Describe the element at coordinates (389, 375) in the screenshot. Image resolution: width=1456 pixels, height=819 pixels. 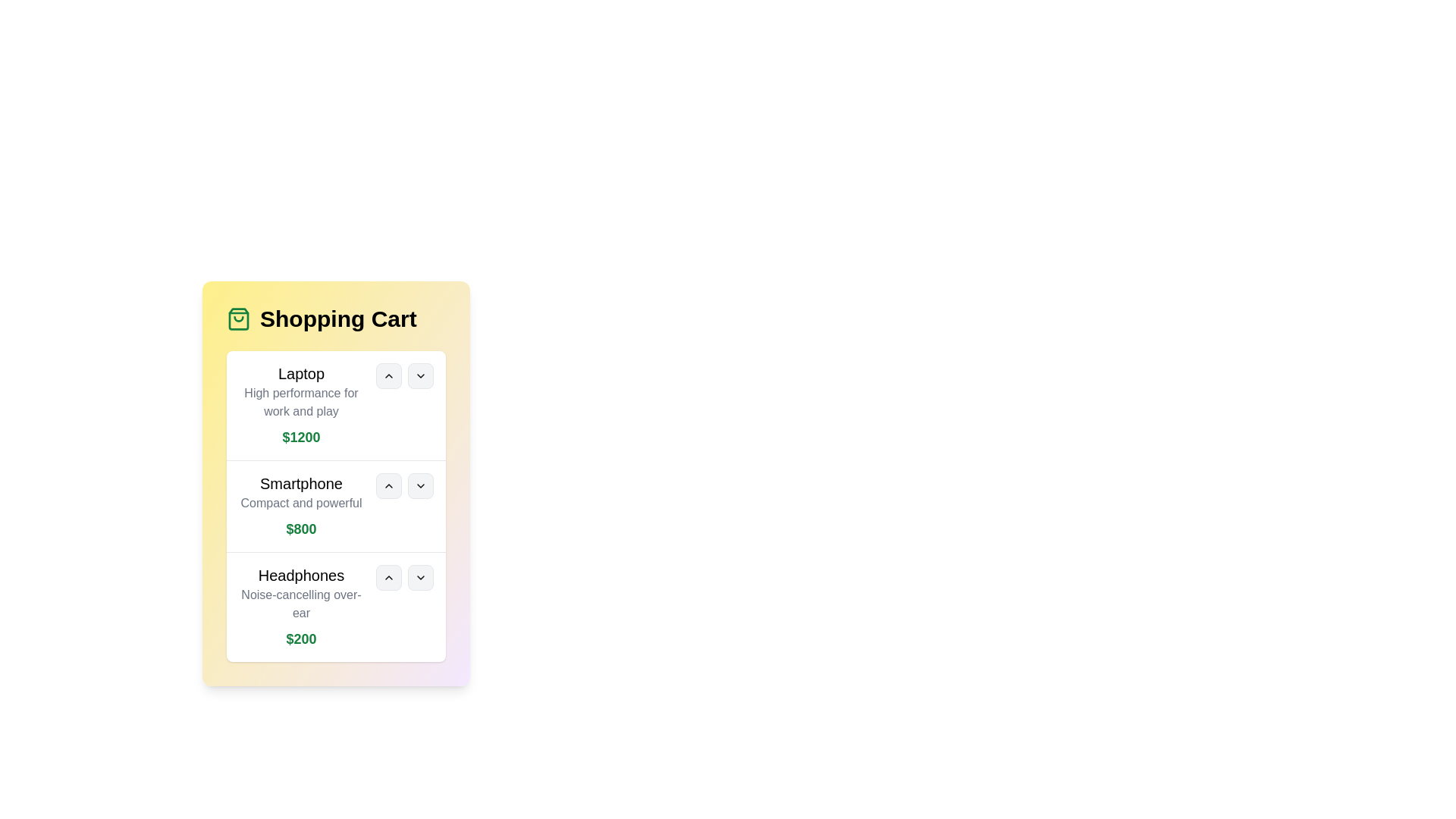
I see `'Up' button to increase the quantity of the product` at that location.